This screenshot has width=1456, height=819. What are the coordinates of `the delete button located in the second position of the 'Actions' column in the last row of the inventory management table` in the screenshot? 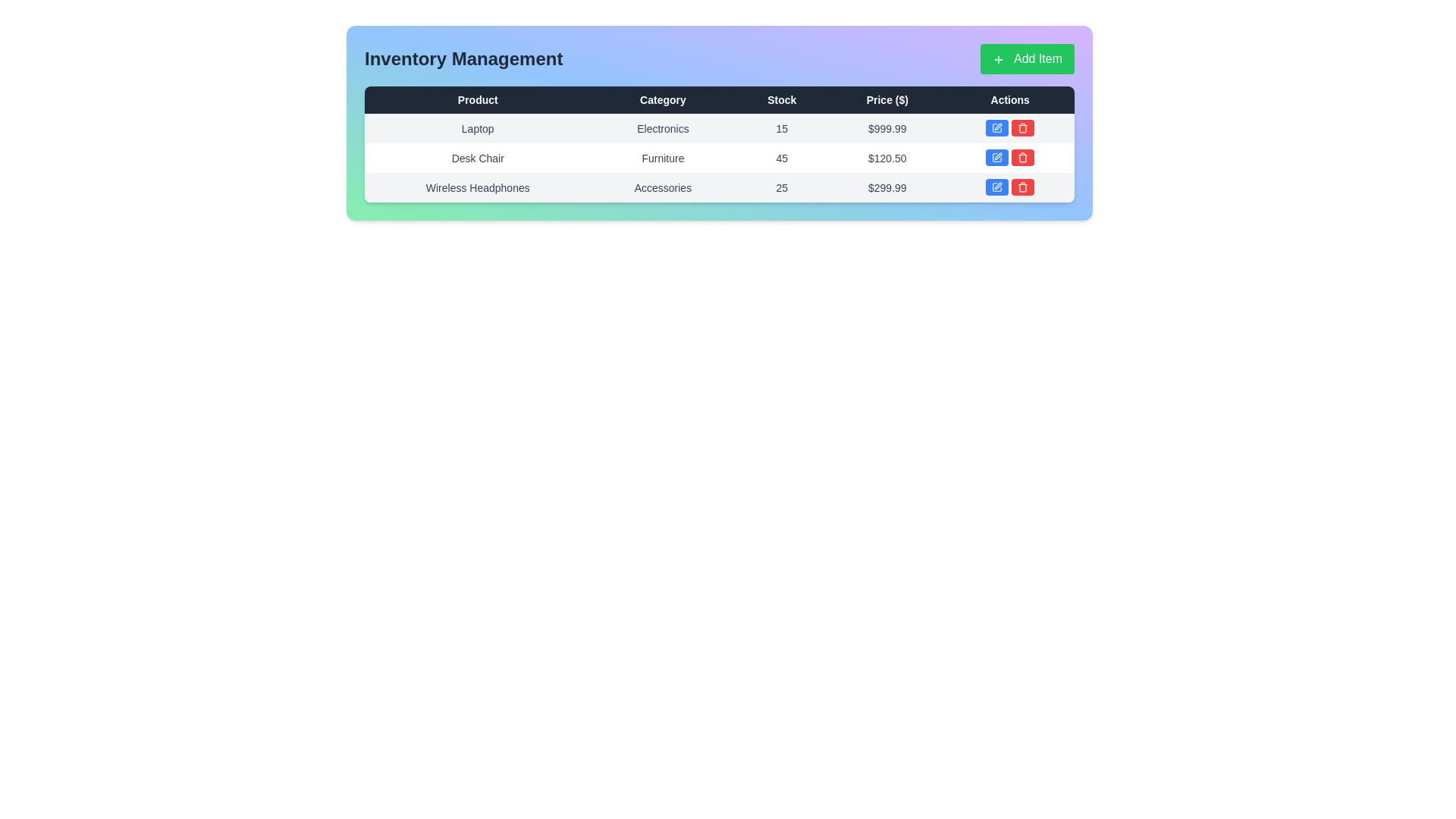 It's located at (1022, 186).